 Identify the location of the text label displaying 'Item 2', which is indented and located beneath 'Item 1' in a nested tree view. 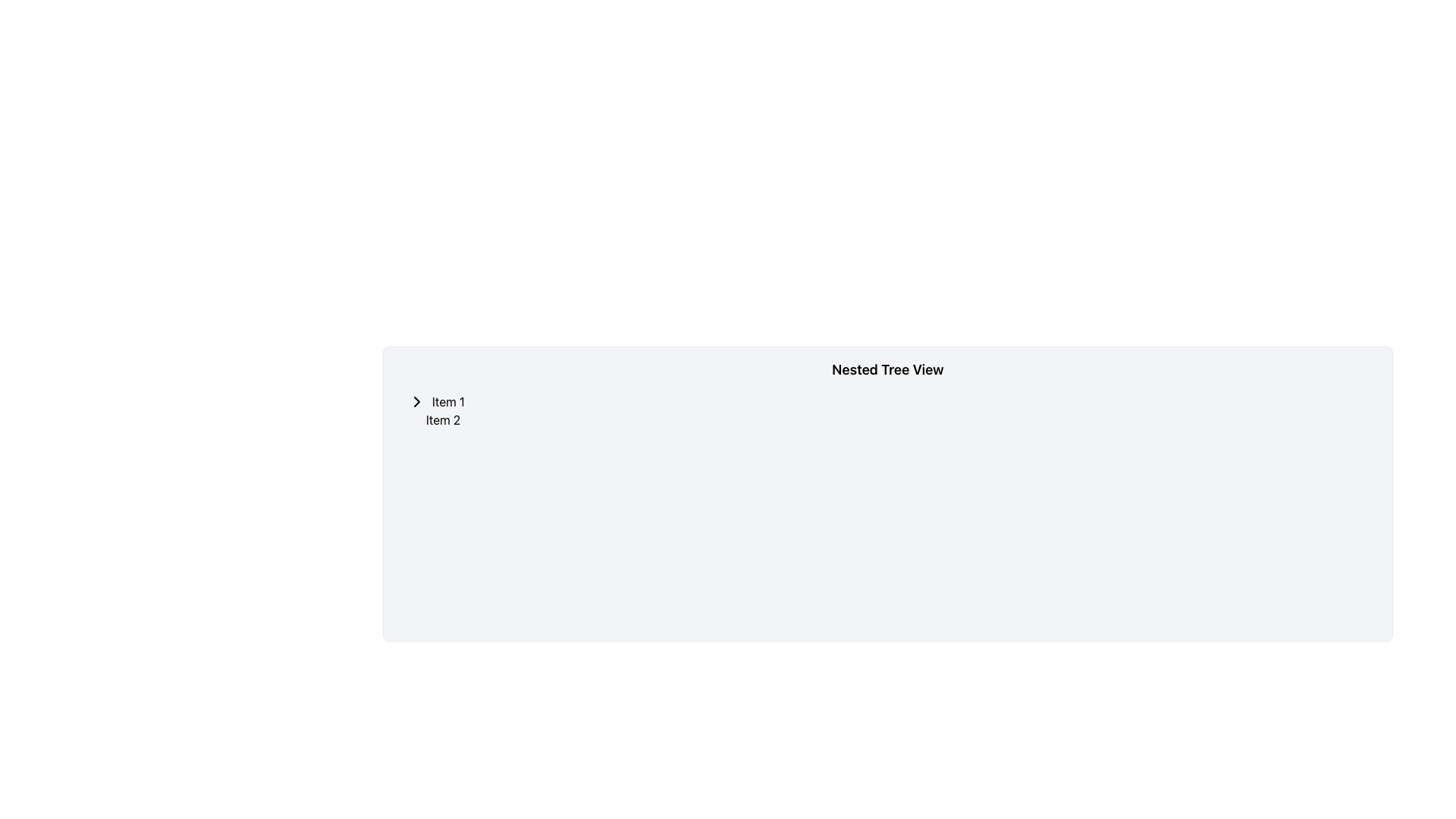
(442, 420).